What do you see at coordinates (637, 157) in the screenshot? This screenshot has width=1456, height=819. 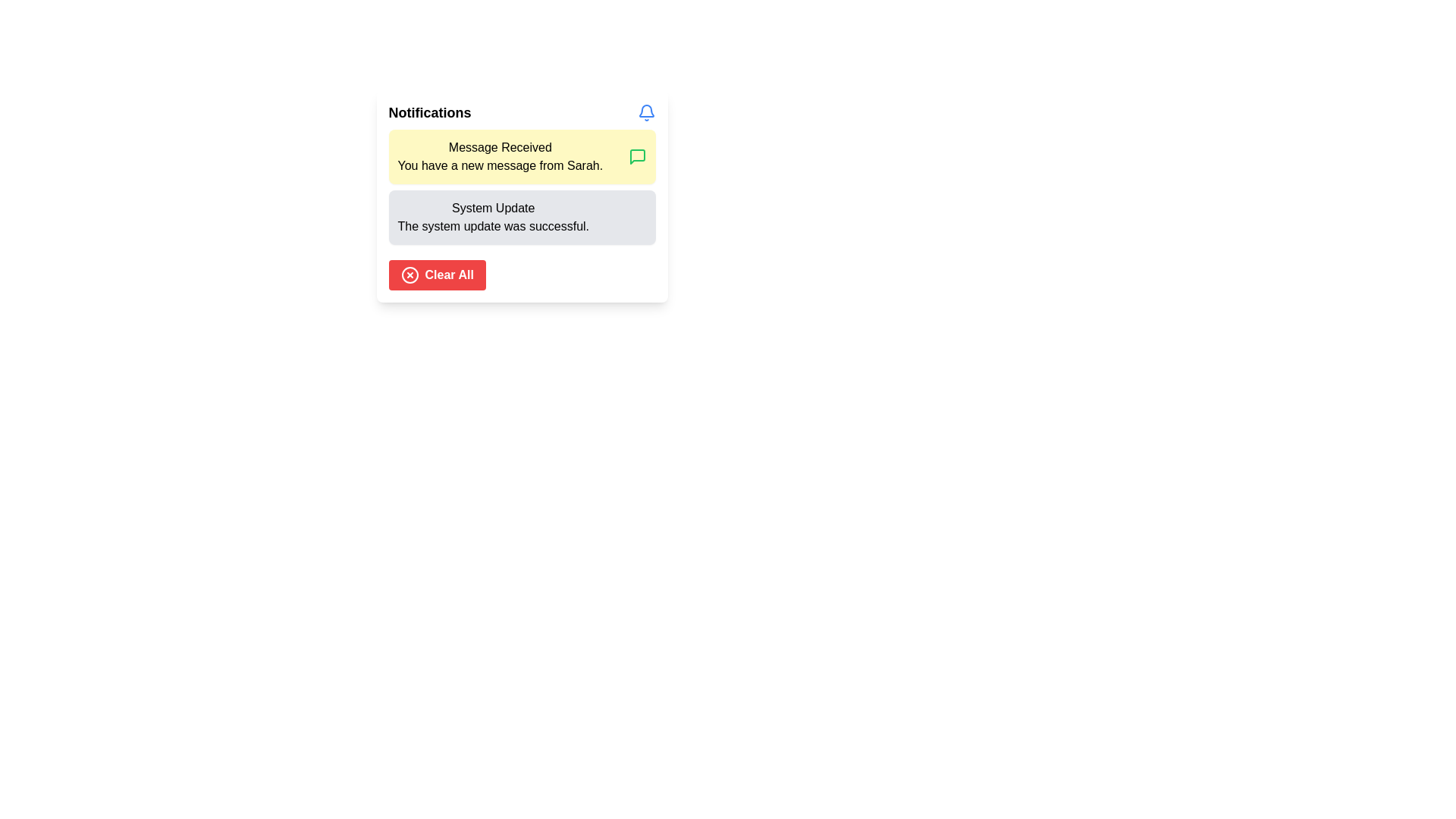 I see `the interactive icon/button located at the top-right of the yellow-highlighted 'Message Received' notification card to interact with the message from Sarah` at bounding box center [637, 157].